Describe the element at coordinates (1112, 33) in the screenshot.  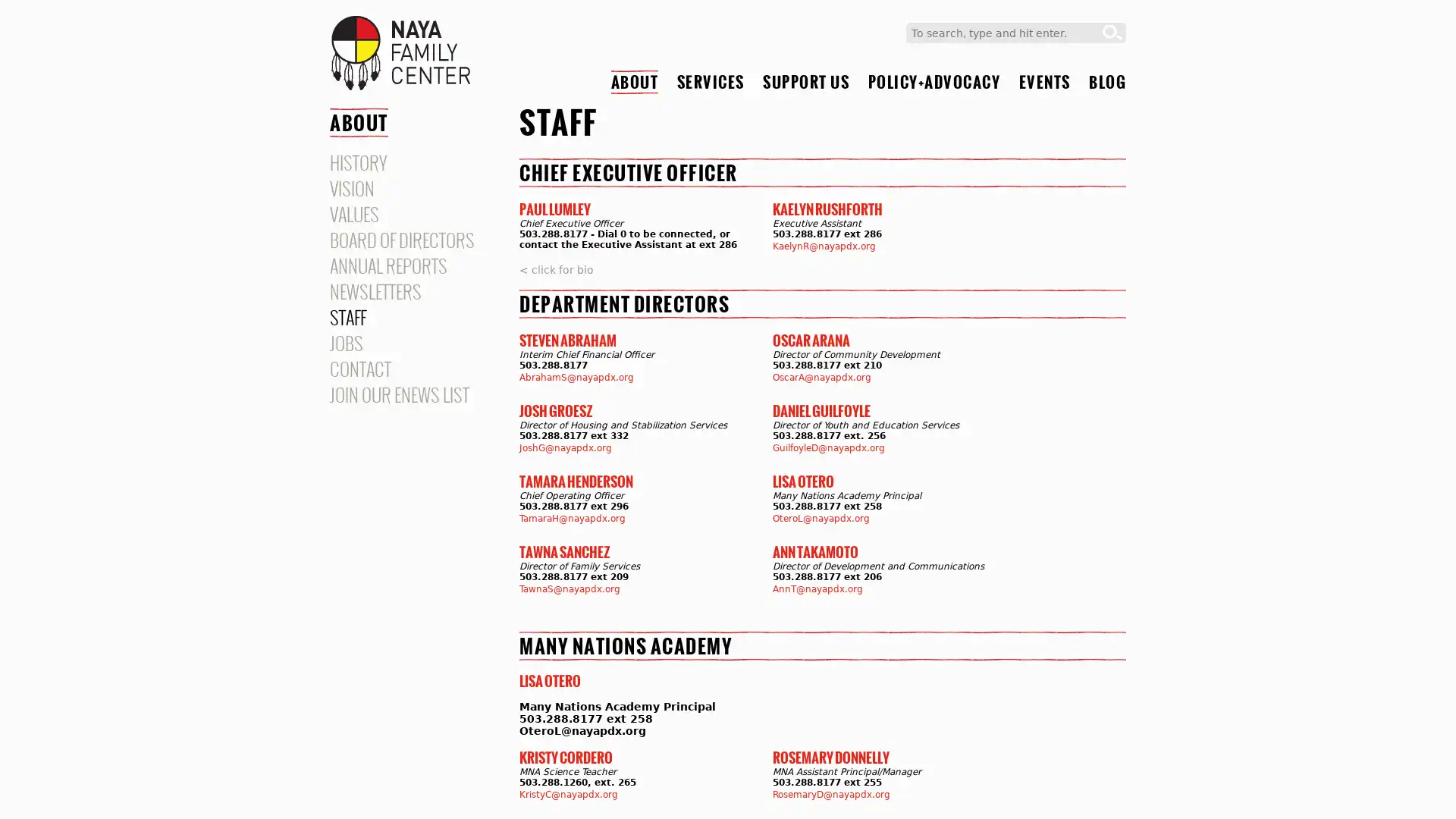
I see `Search` at that location.